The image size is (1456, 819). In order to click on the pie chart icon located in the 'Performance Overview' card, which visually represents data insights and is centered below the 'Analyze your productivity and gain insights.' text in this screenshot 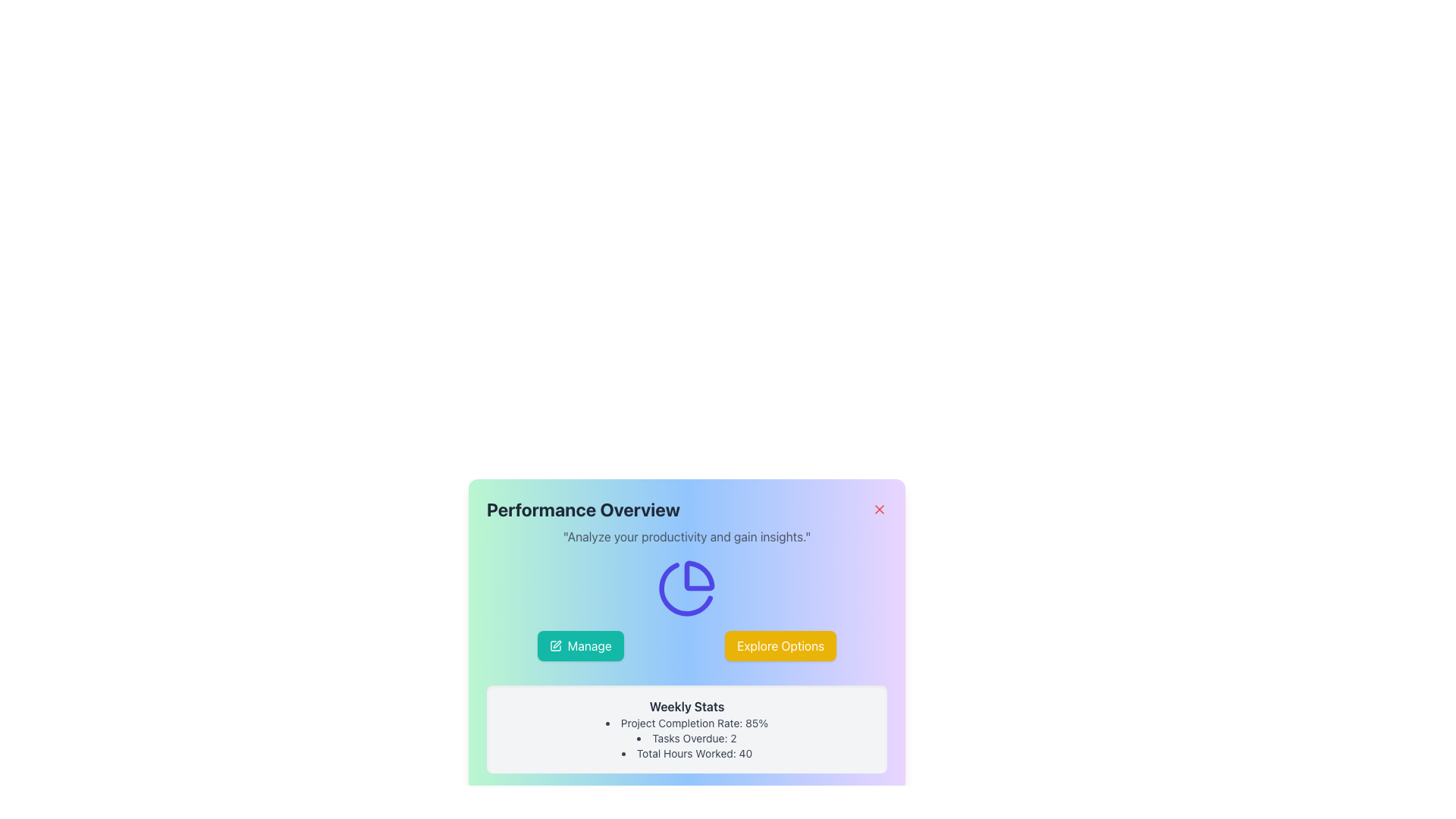, I will do `click(686, 587)`.